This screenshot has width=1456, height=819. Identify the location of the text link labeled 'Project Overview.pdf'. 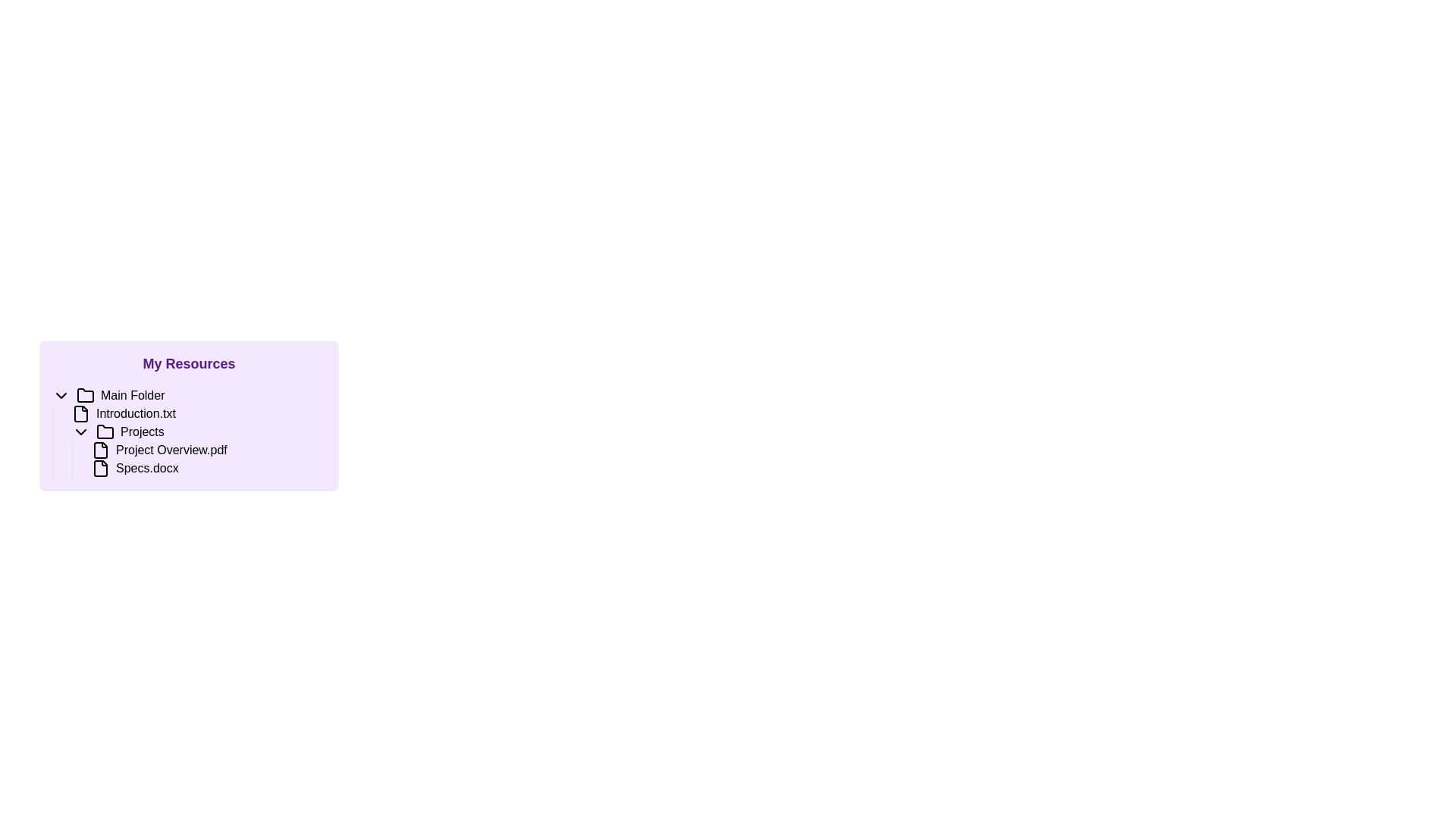
(208, 450).